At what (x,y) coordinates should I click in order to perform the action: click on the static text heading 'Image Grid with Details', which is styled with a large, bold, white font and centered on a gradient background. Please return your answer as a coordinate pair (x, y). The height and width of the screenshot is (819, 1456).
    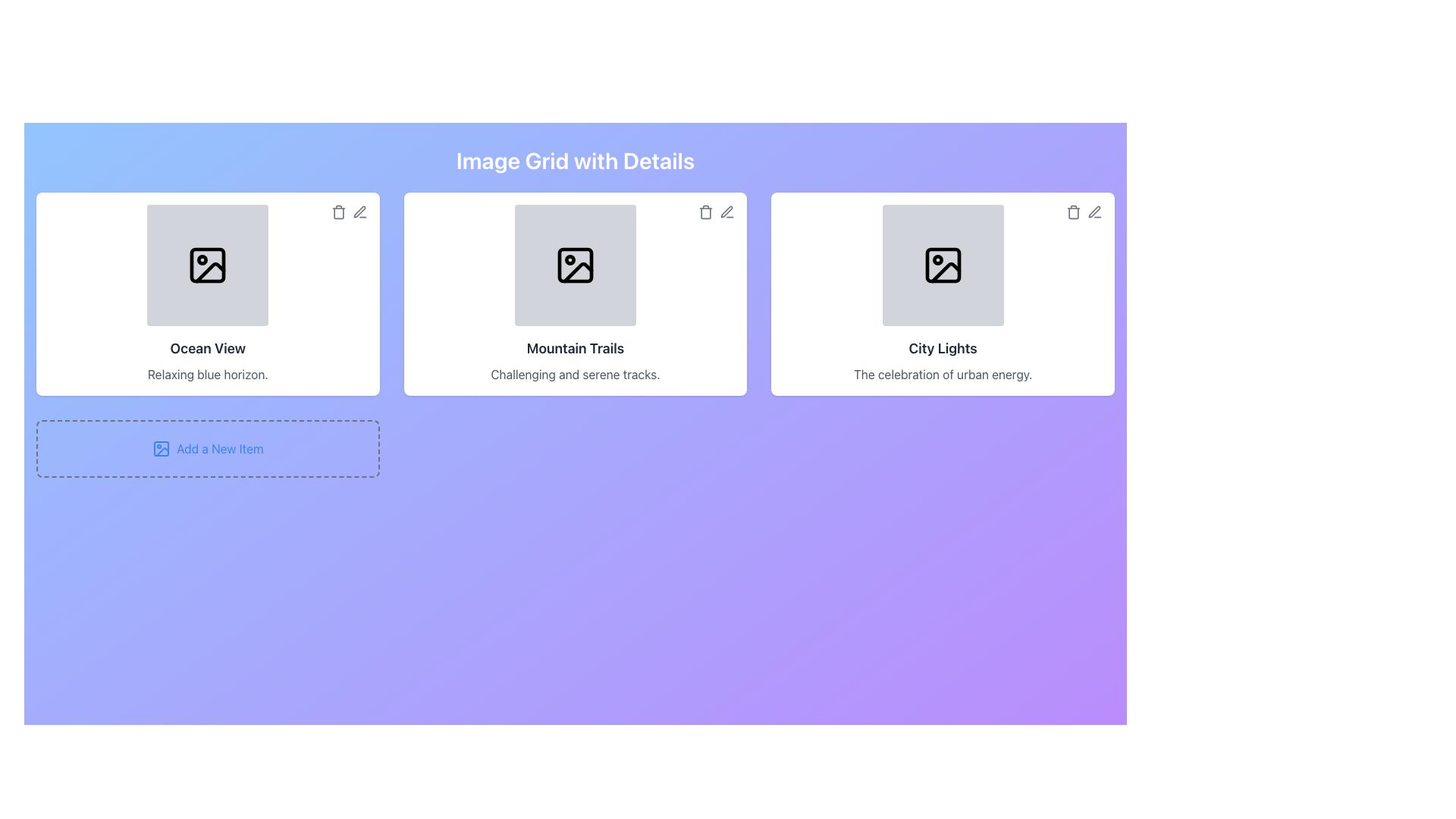
    Looking at the image, I should click on (574, 161).